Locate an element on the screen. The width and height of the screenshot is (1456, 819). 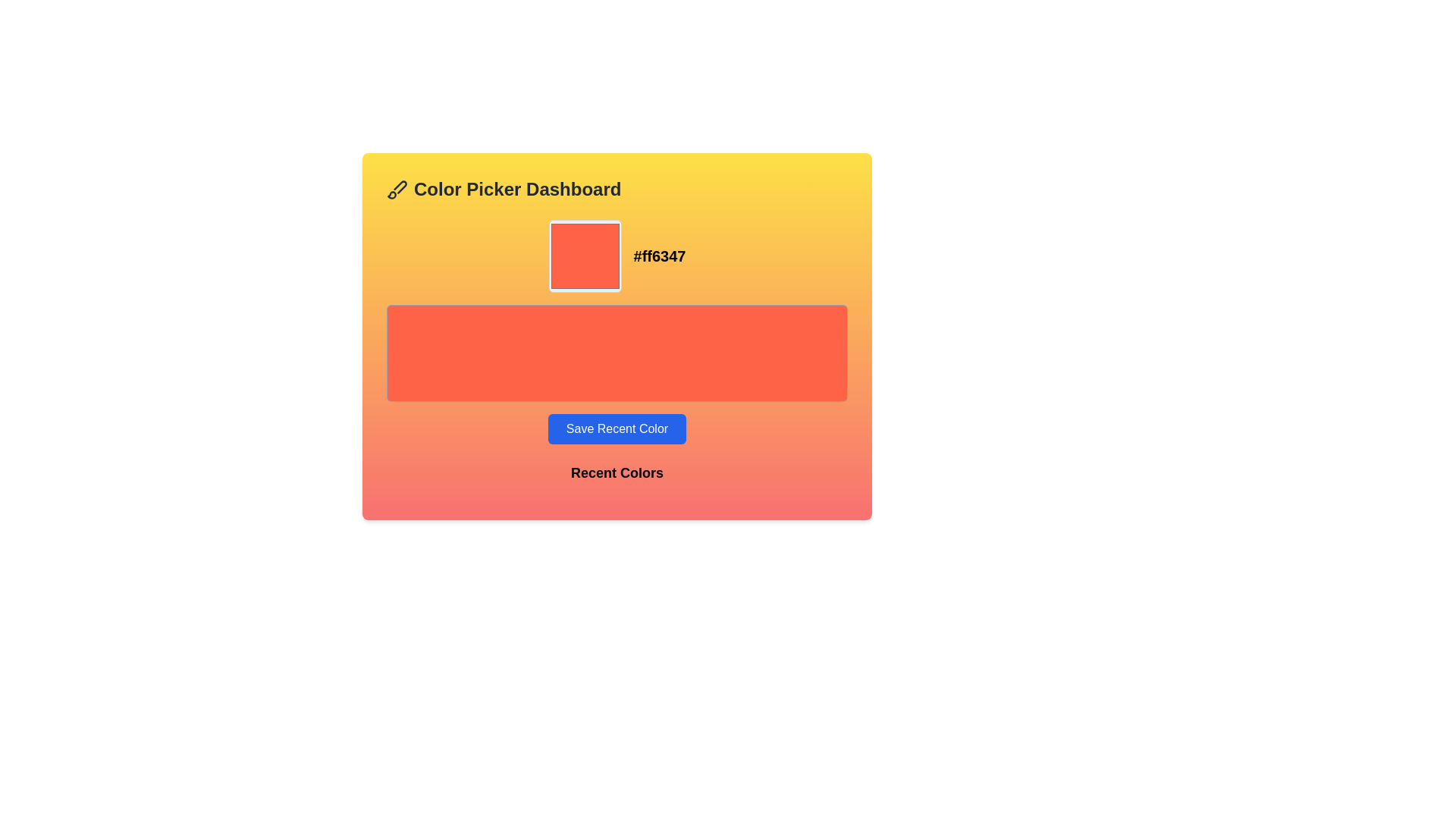
the 'Recent Colors' text header, which is bold and prominently displayed against a gradient background, indicating a section header for the content below is located at coordinates (617, 479).